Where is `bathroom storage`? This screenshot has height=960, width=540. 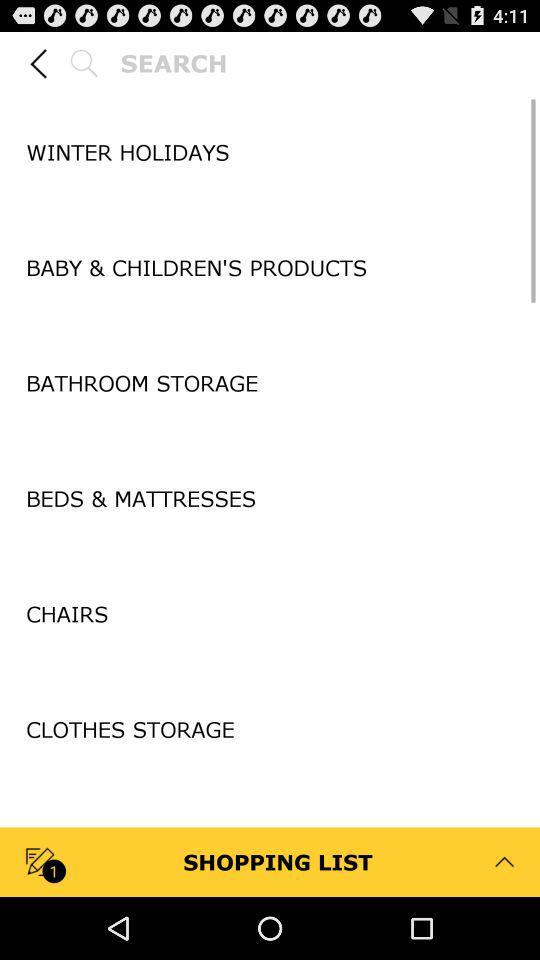
bathroom storage is located at coordinates (270, 382).